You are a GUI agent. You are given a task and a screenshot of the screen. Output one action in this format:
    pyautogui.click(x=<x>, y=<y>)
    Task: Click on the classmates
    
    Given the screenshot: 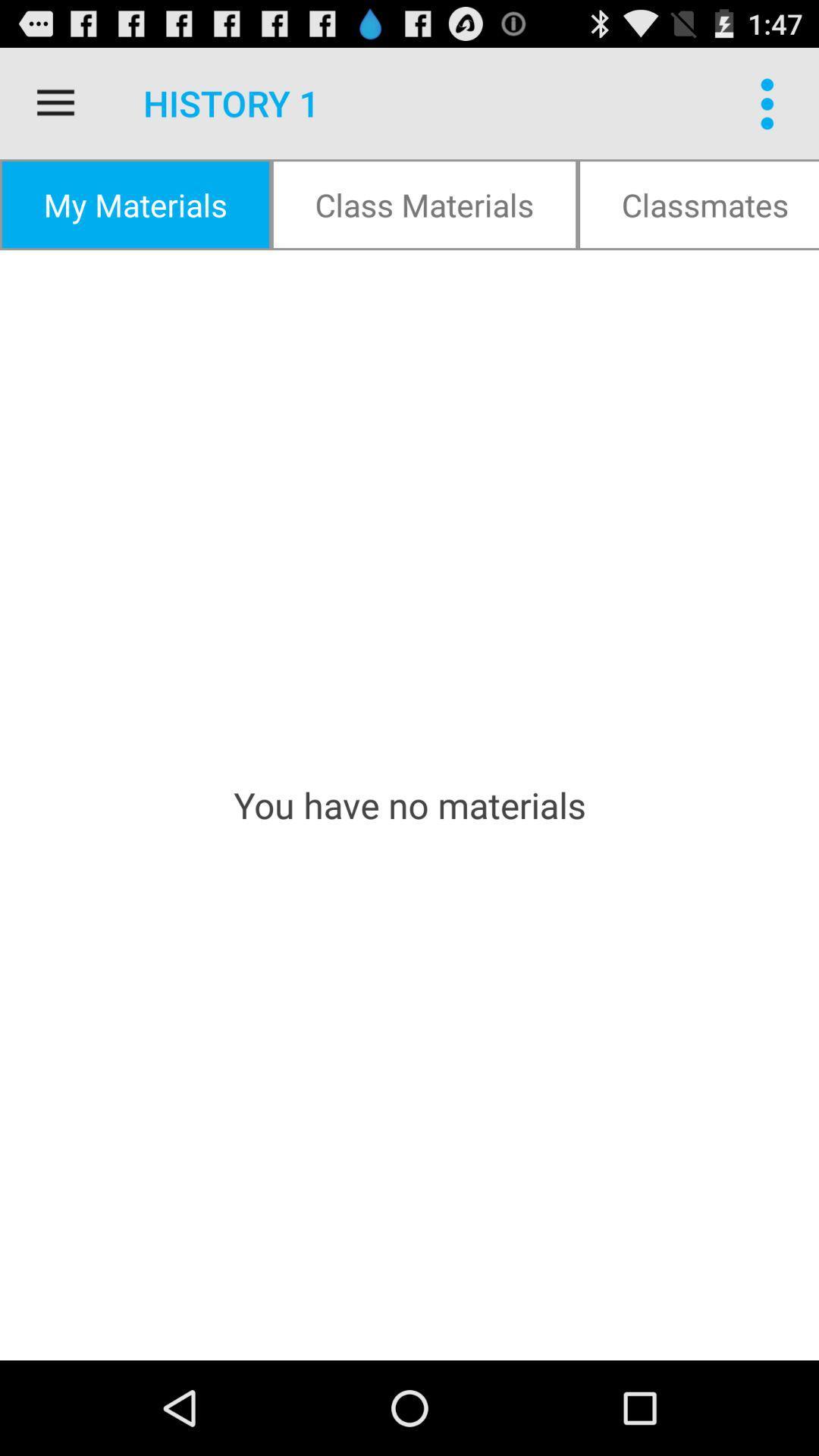 What is the action you would take?
    pyautogui.click(x=698, y=203)
    